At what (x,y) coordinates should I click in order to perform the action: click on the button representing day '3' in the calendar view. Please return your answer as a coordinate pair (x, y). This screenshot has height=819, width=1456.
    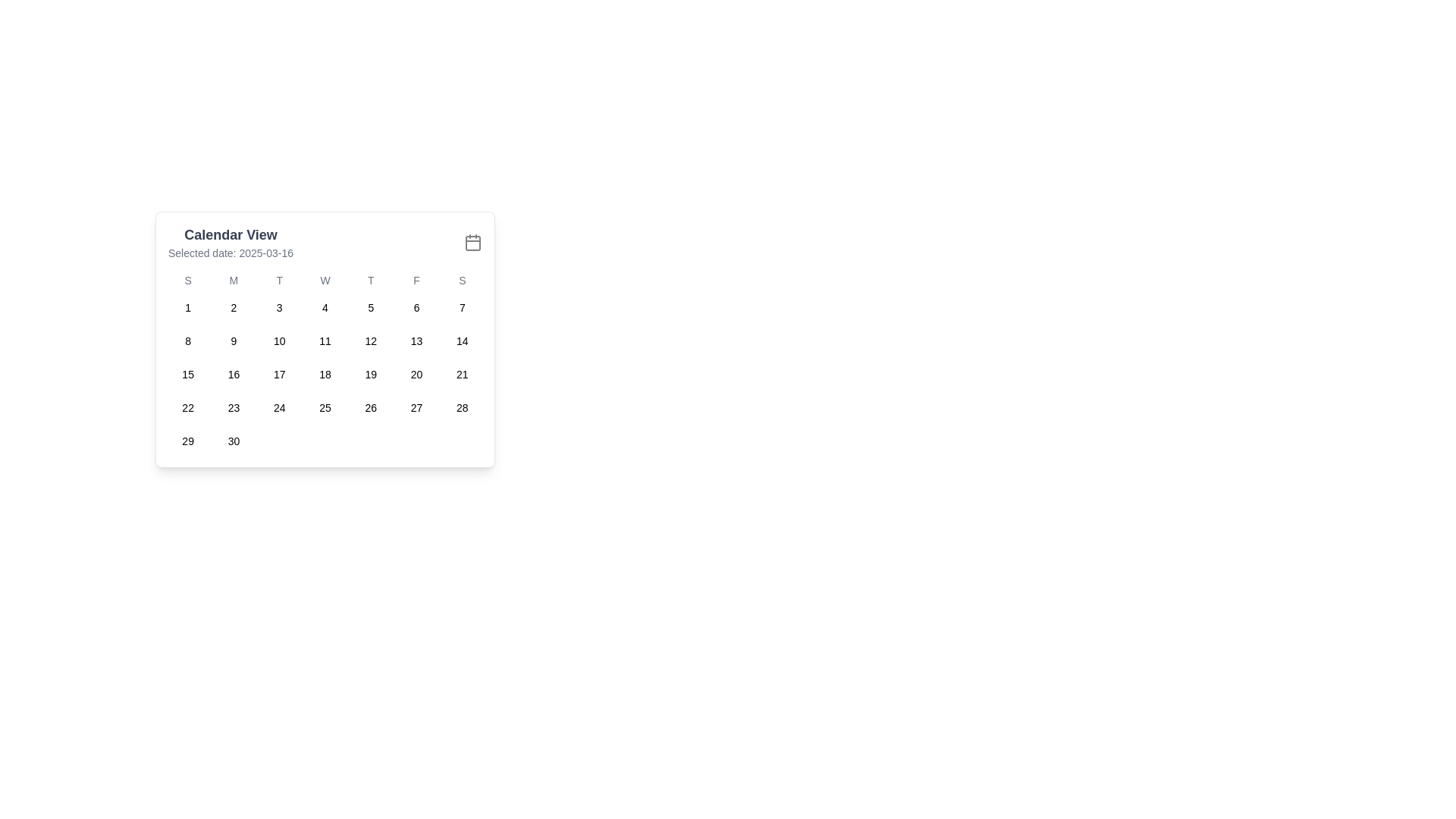
    Looking at the image, I should click on (279, 307).